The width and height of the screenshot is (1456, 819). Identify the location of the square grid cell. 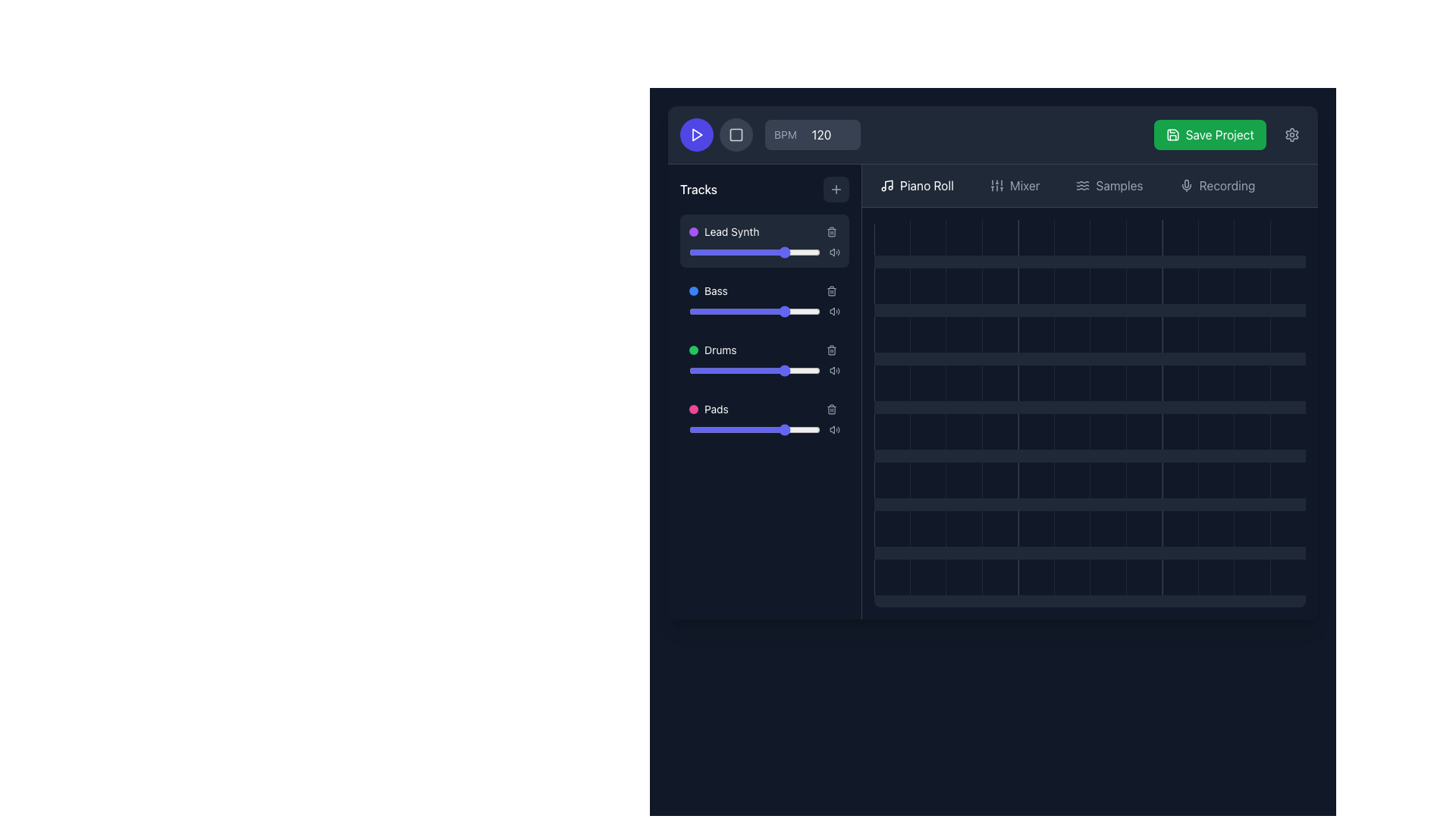
(963, 480).